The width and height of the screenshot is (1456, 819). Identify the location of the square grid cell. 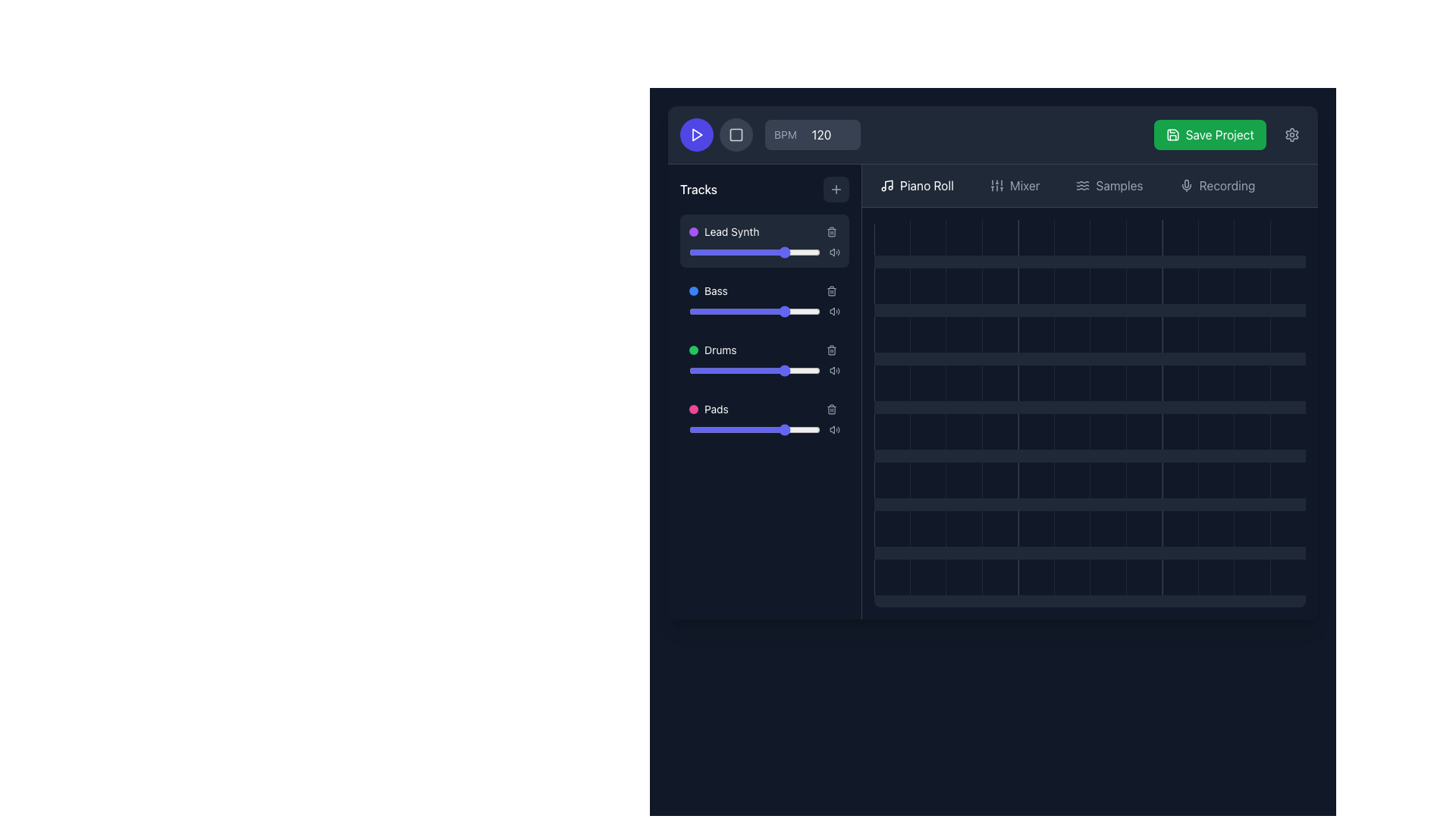
(963, 480).